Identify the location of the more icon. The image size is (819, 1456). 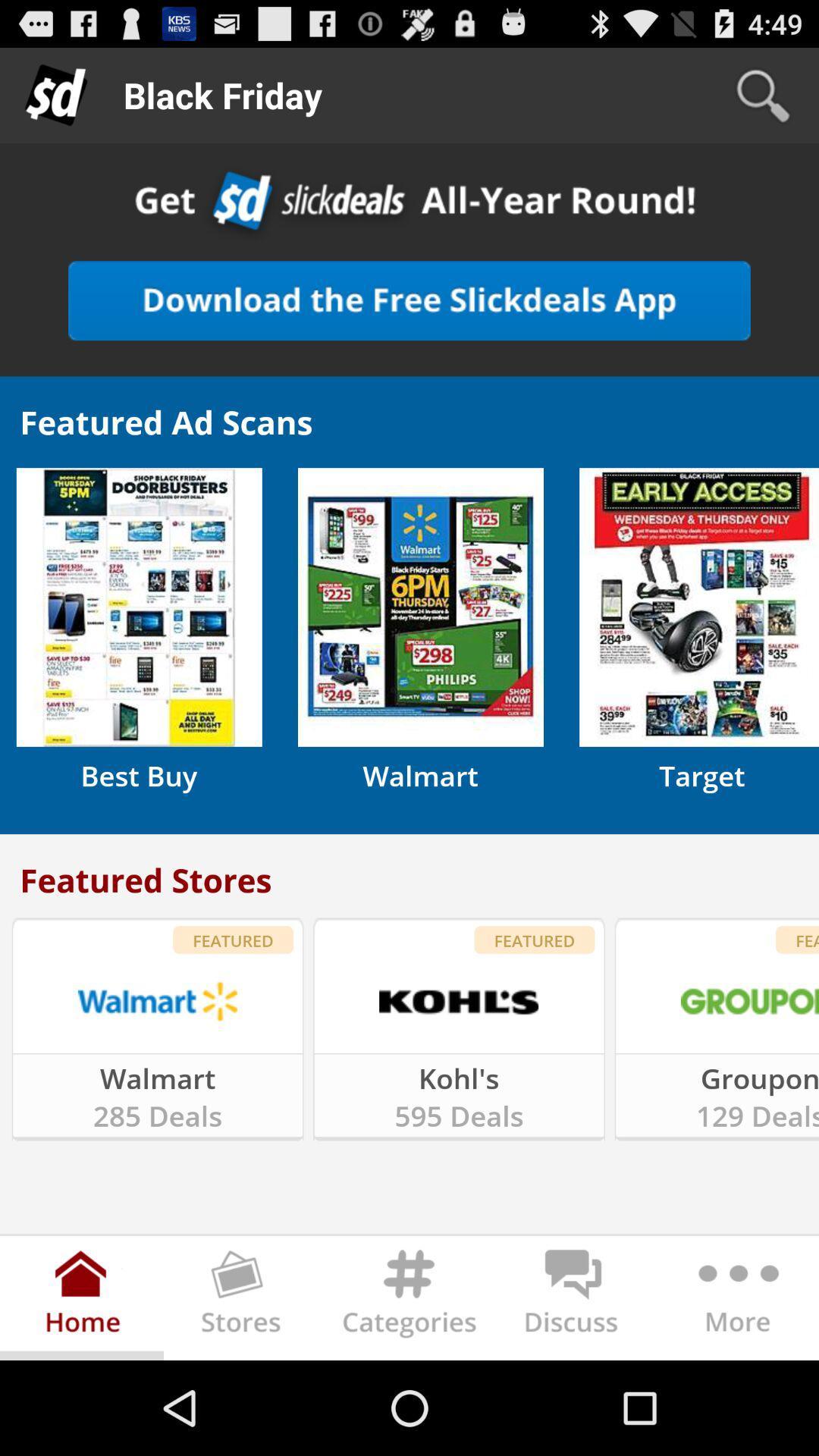
(736, 1392).